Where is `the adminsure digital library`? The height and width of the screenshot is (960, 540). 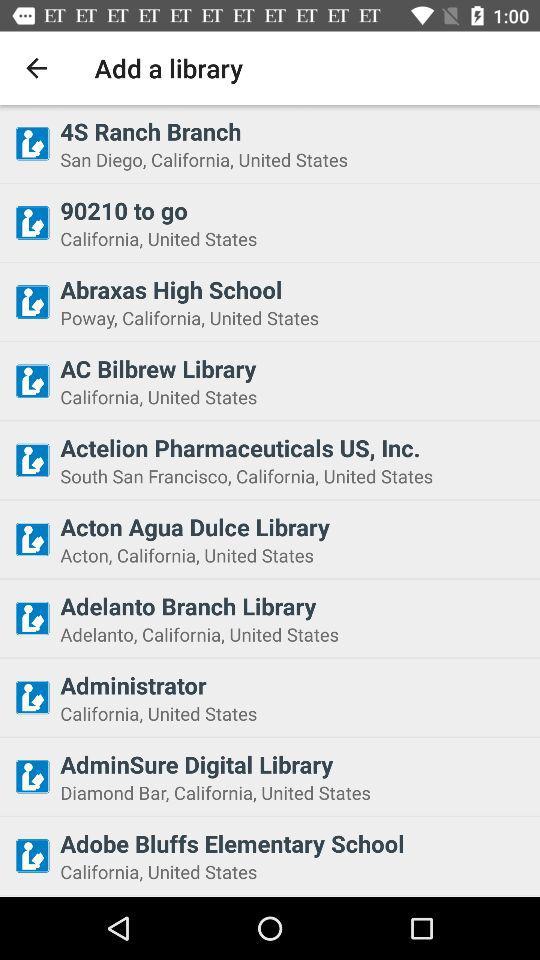
the adminsure digital library is located at coordinates (293, 763).